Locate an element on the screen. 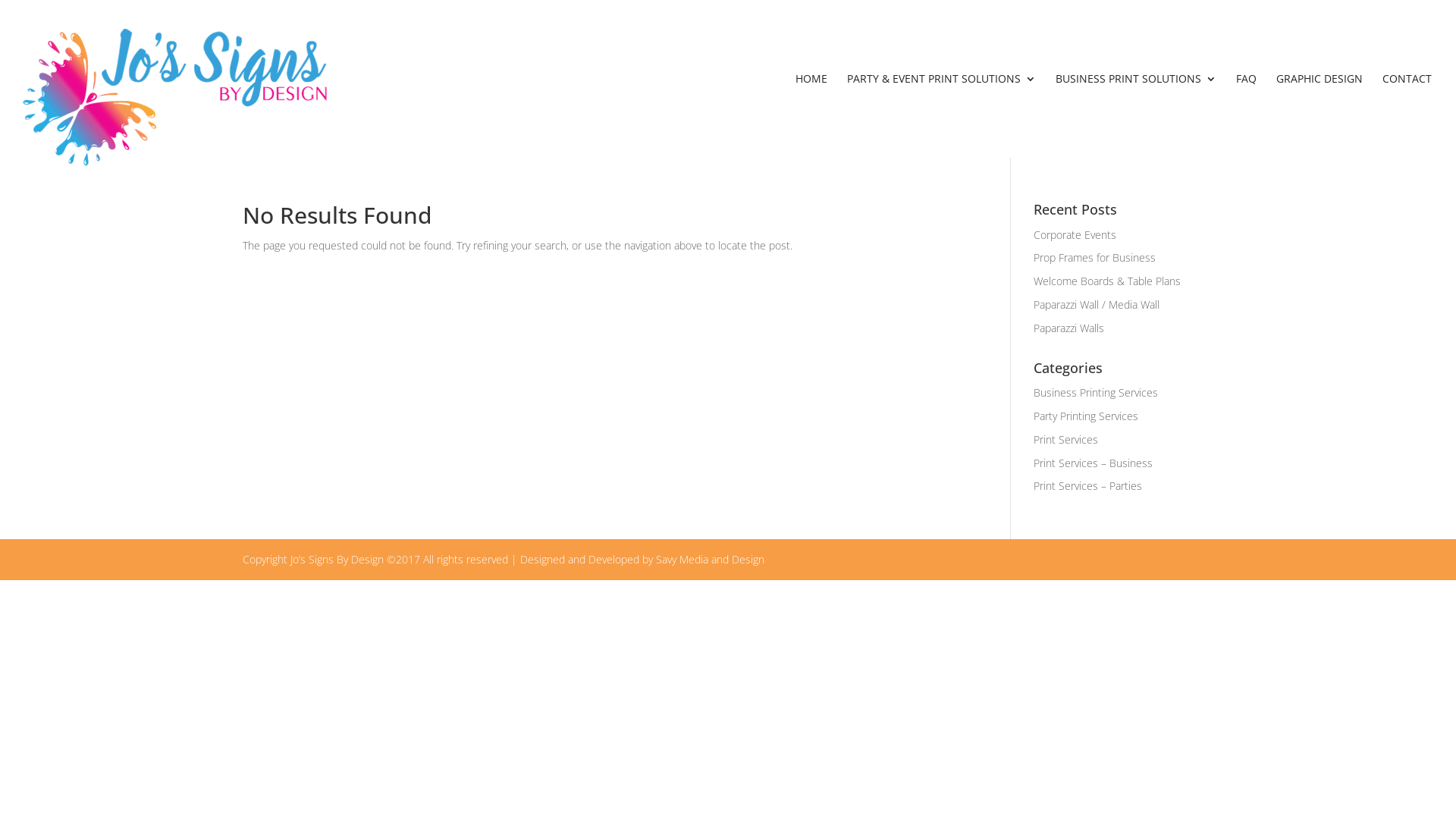 The height and width of the screenshot is (819, 1456). 'PARTY & EVENT PRINT SOLUTIONS' is located at coordinates (940, 115).